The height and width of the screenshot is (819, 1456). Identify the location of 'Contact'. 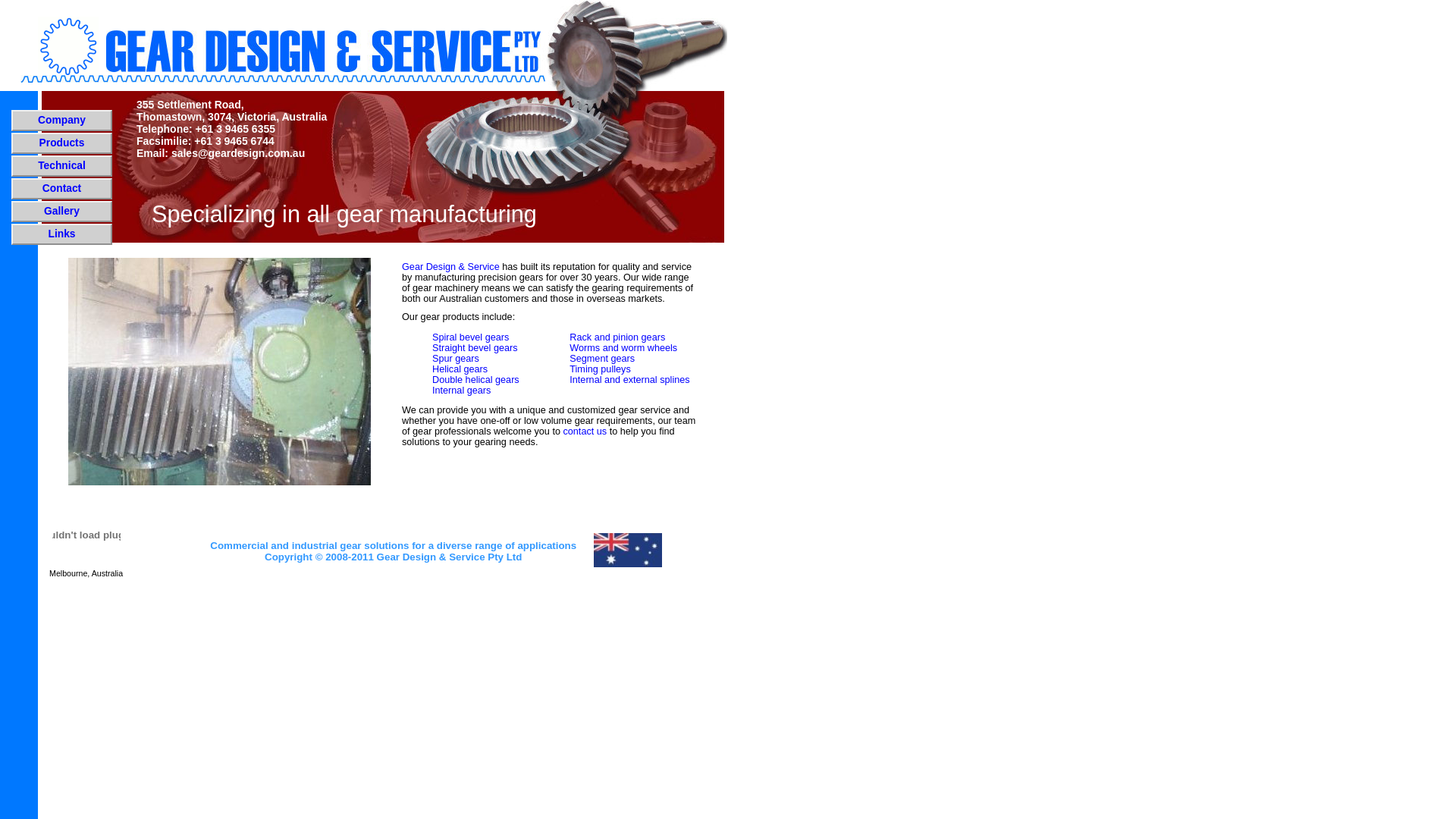
(61, 187).